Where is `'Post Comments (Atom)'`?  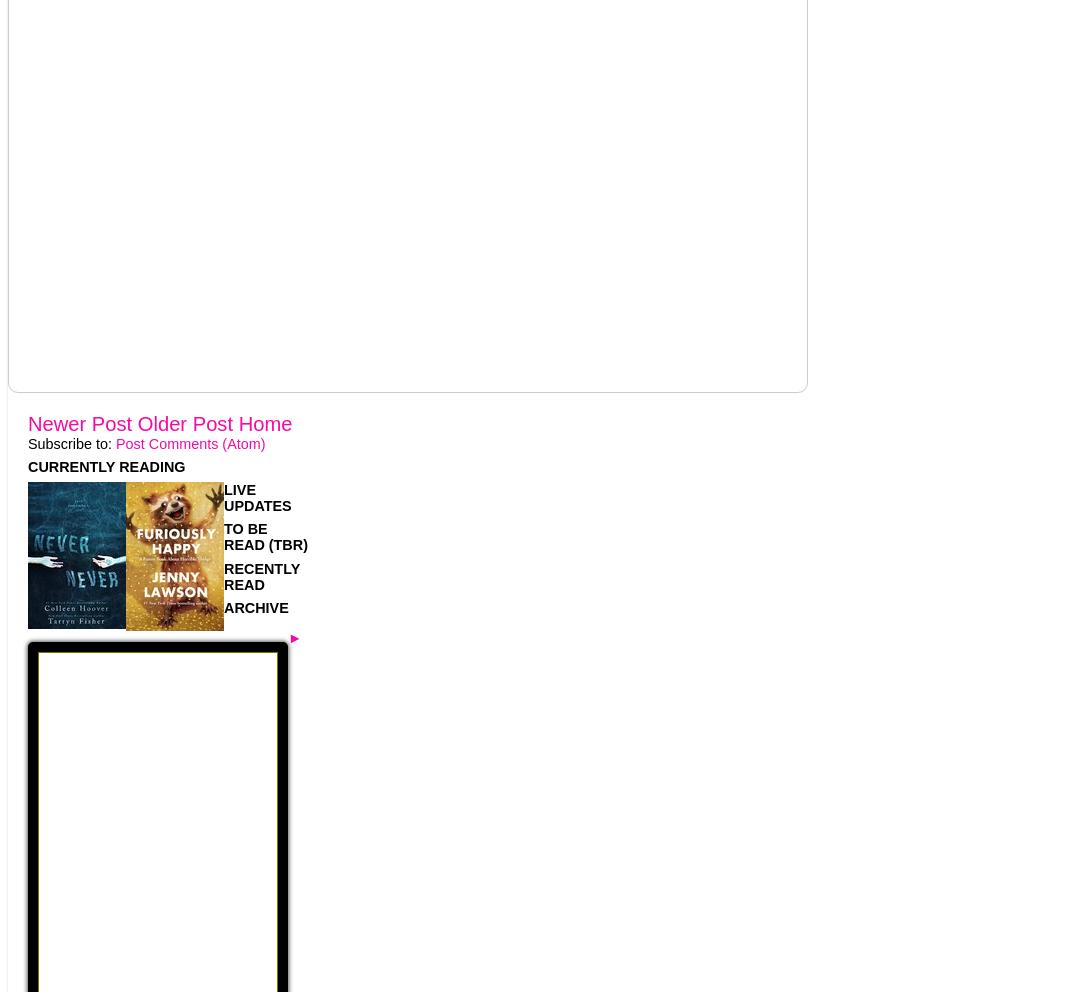
'Post Comments (Atom)' is located at coordinates (189, 442).